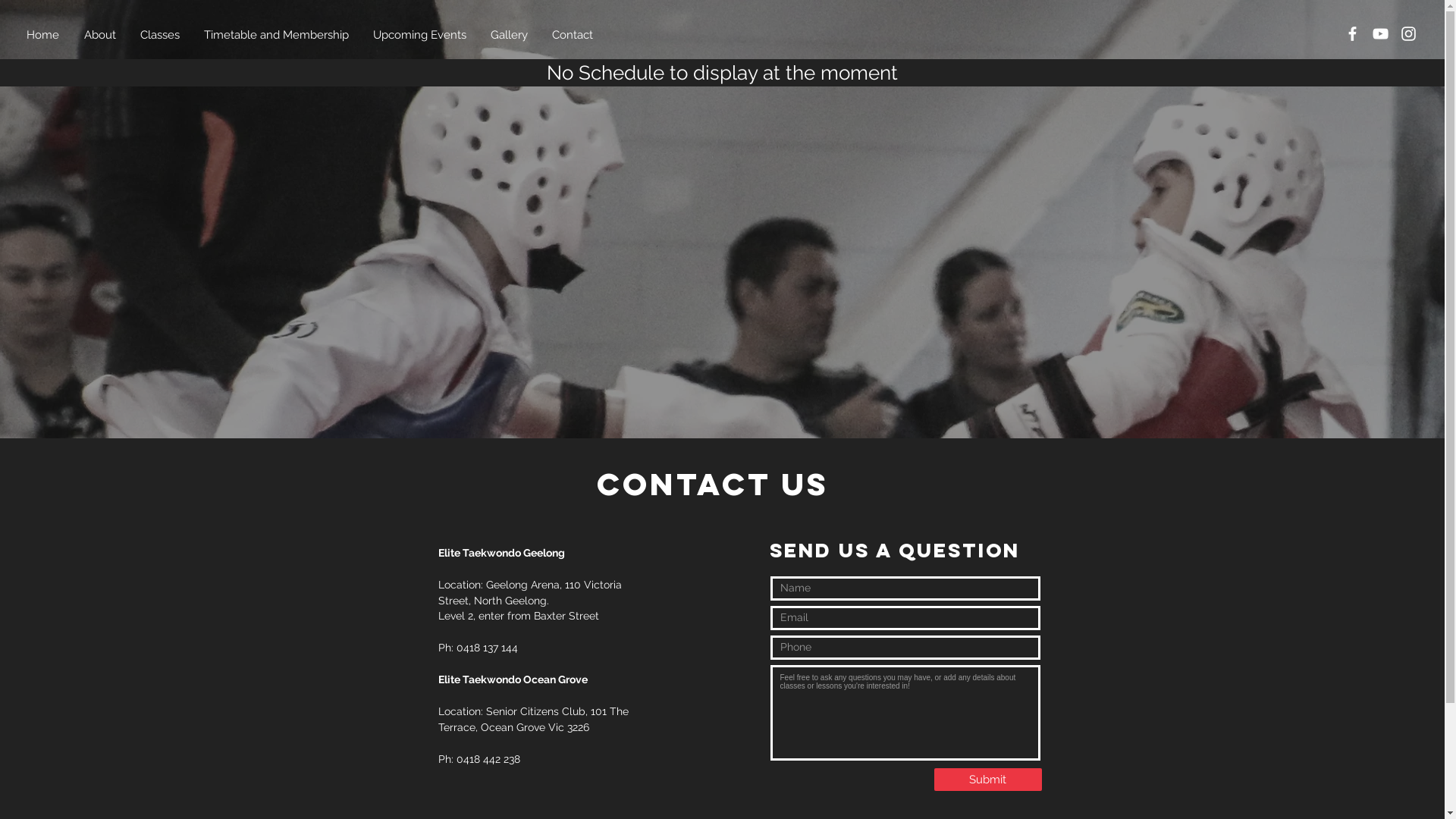 The image size is (1456, 819). I want to click on 'Contact', so click(541, 34).